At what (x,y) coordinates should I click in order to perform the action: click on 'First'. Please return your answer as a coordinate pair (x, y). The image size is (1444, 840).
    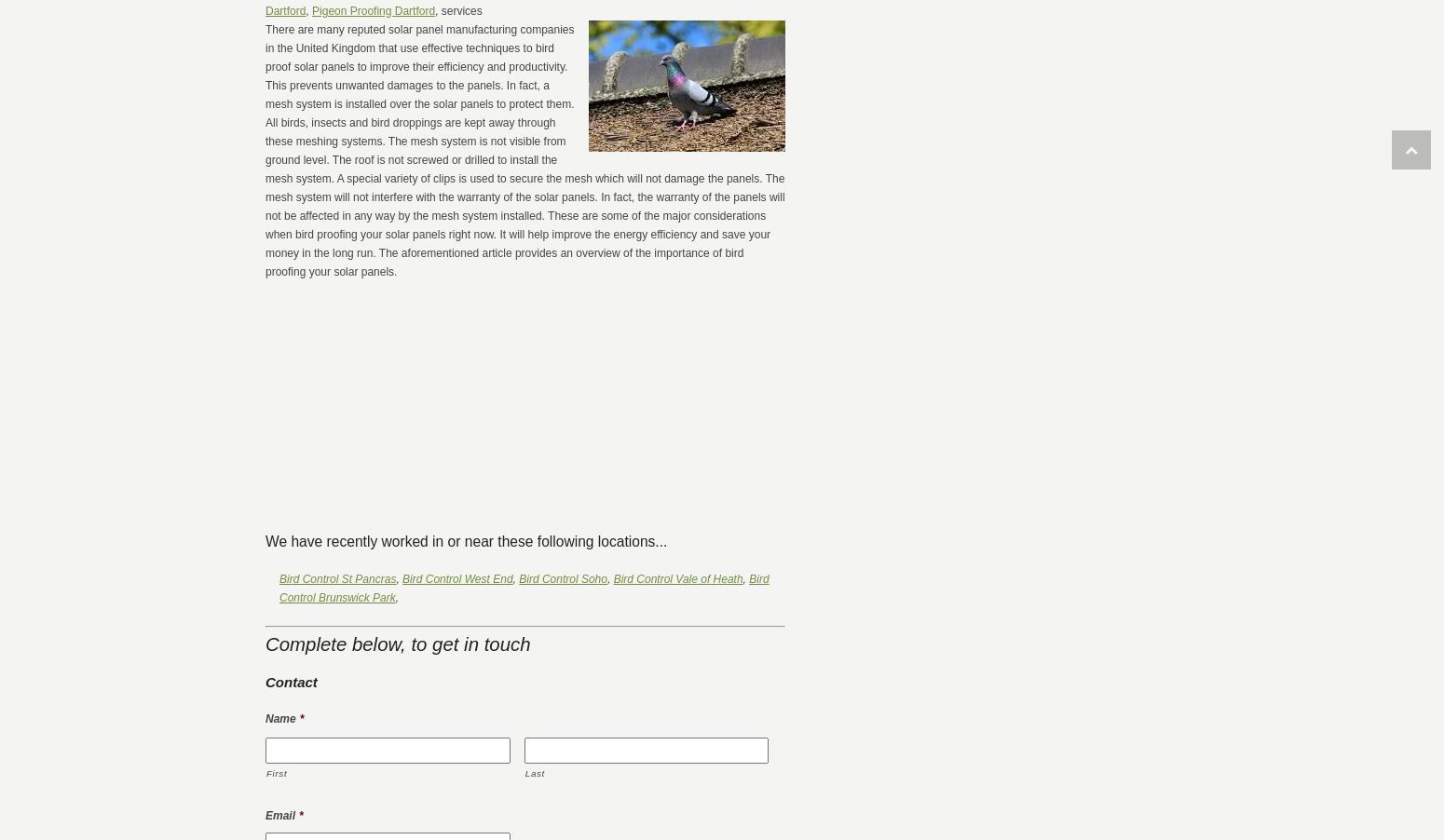
    Looking at the image, I should click on (276, 772).